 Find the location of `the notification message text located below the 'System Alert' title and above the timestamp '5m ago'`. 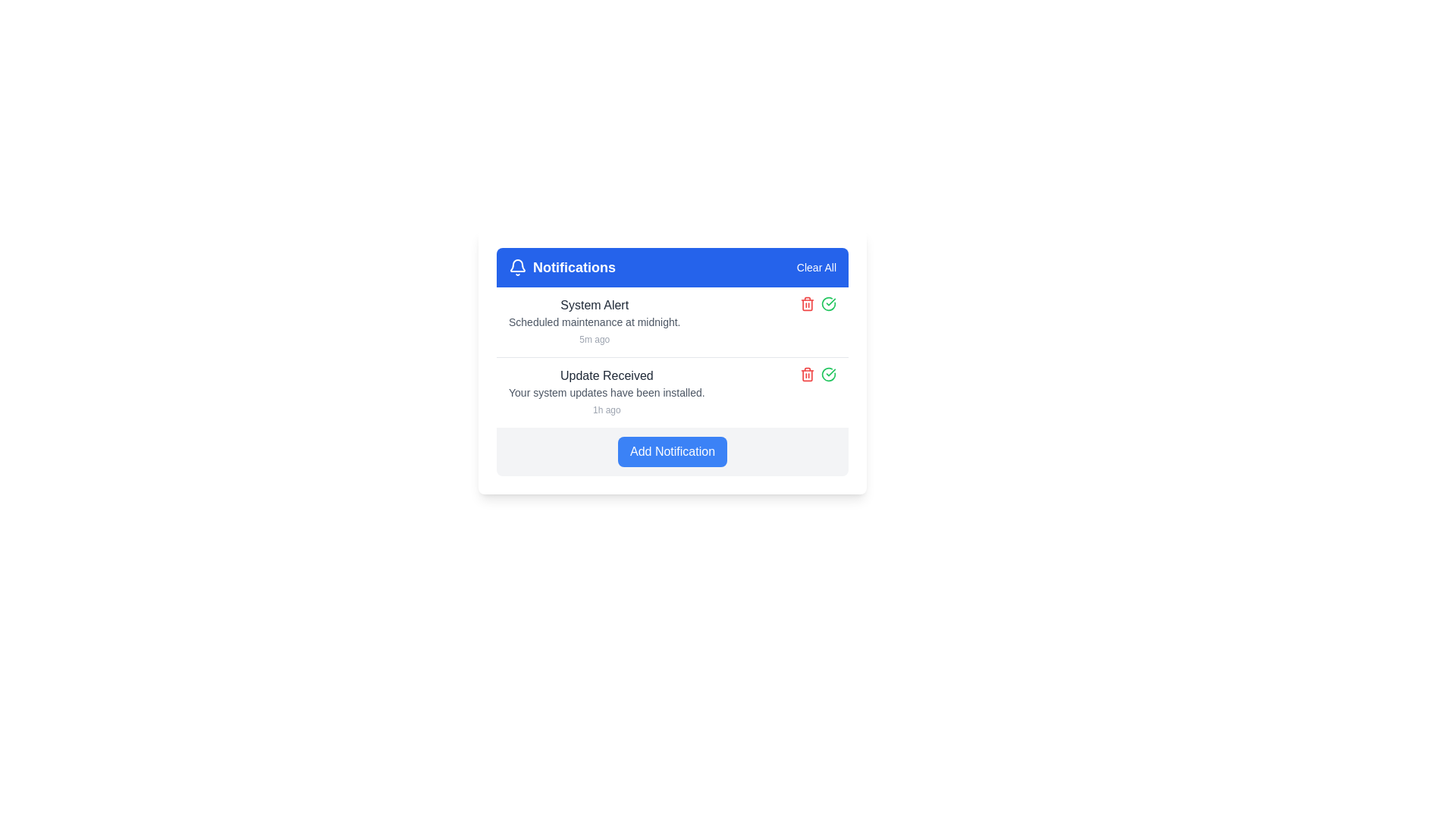

the notification message text located below the 'System Alert' title and above the timestamp '5m ago' is located at coordinates (594, 321).